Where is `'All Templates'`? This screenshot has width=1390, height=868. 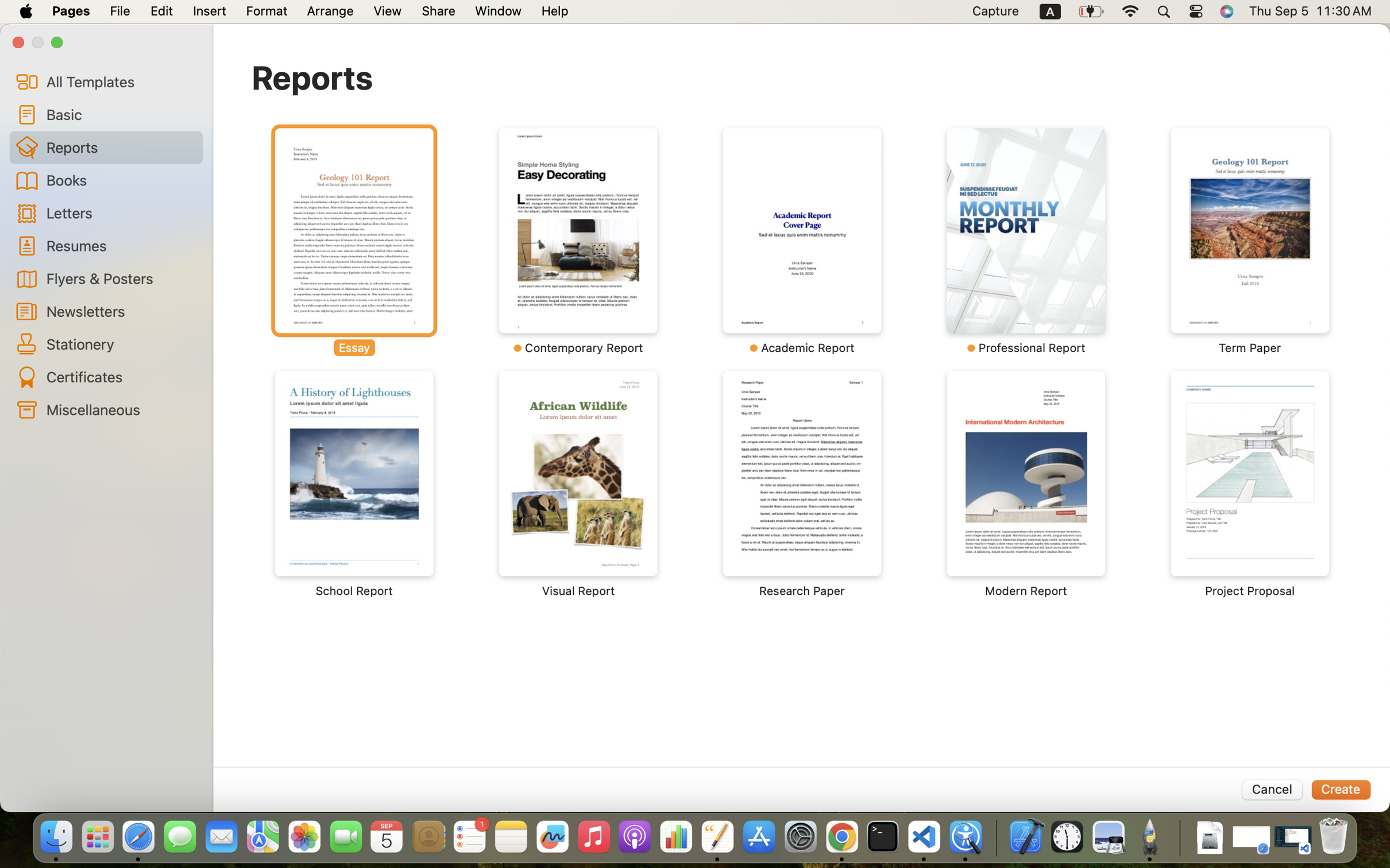 'All Templates' is located at coordinates (119, 81).